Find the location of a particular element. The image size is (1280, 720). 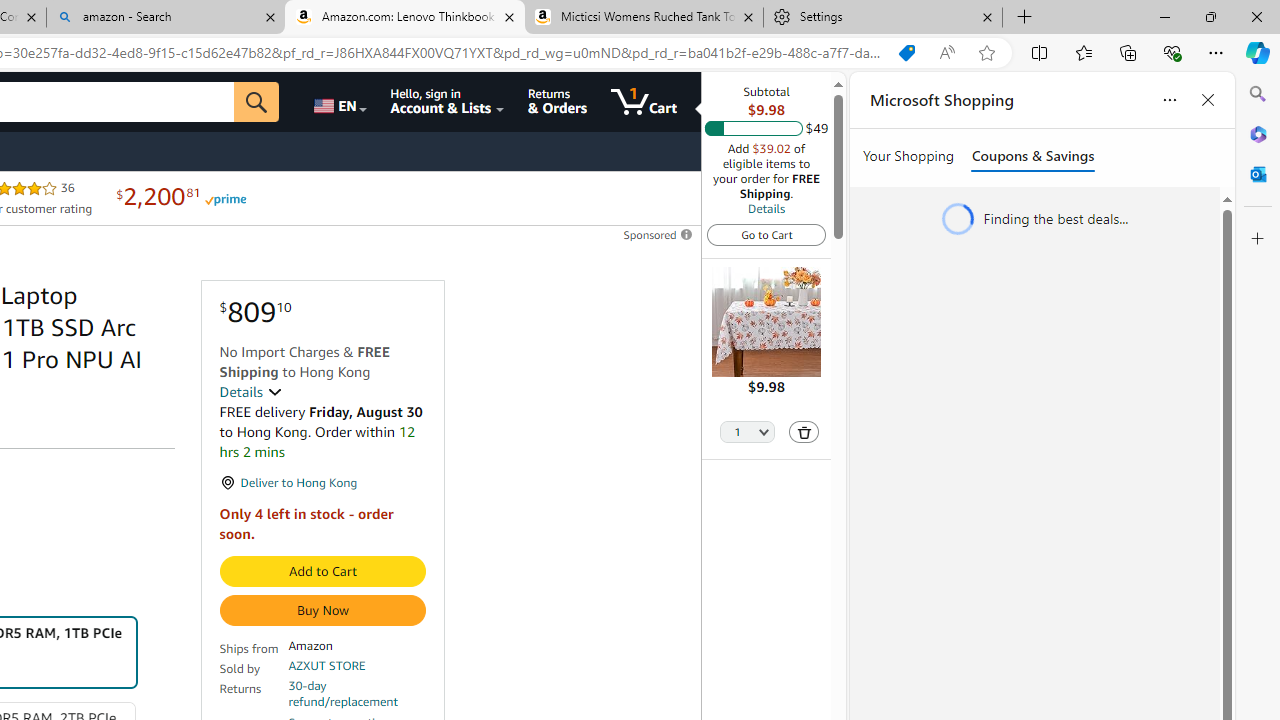

'amazon - Search' is located at coordinates (166, 17).